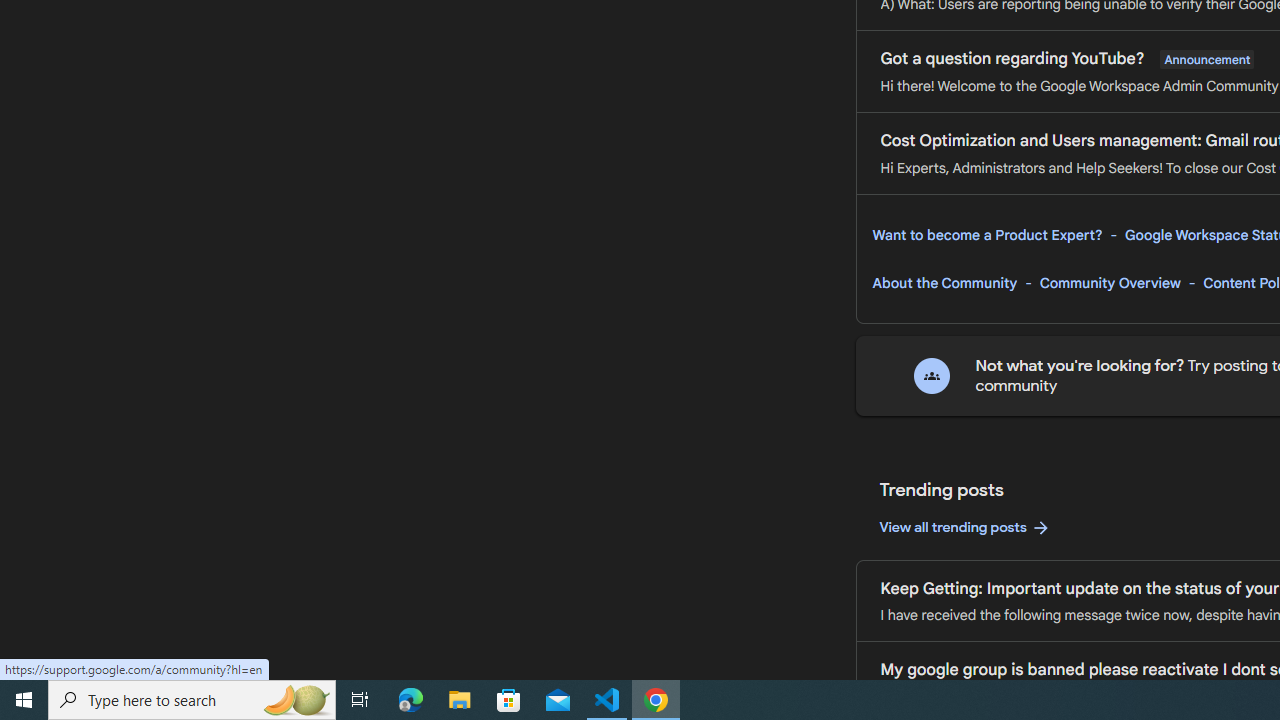 The image size is (1280, 720). I want to click on 'Community Overview', so click(1109, 283).